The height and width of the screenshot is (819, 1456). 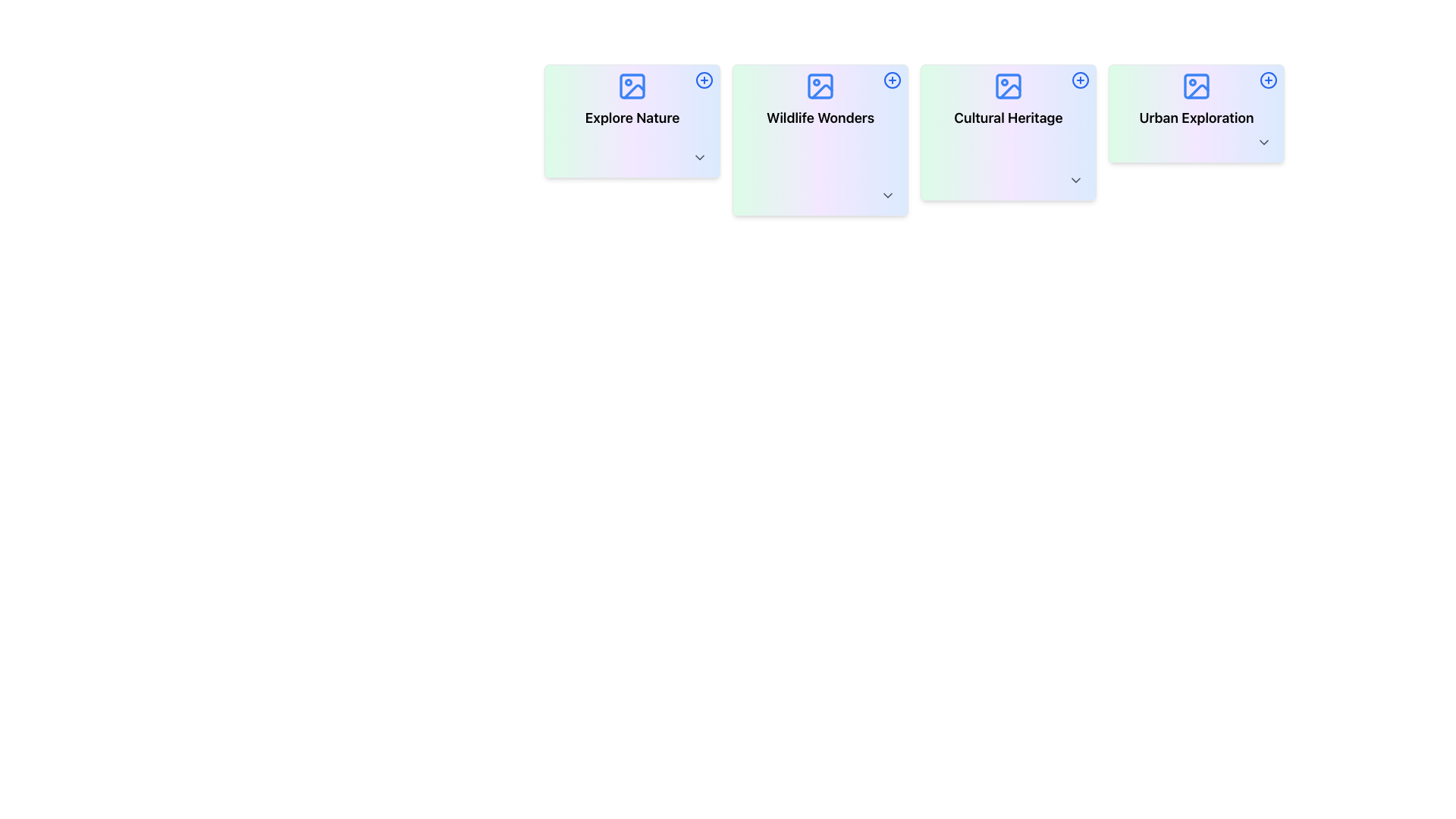 What do you see at coordinates (1080, 80) in the screenshot?
I see `the circular blue outlined button with a plus sign in the center located at the top-right corner of the 'Cultural Heritage' card` at bounding box center [1080, 80].